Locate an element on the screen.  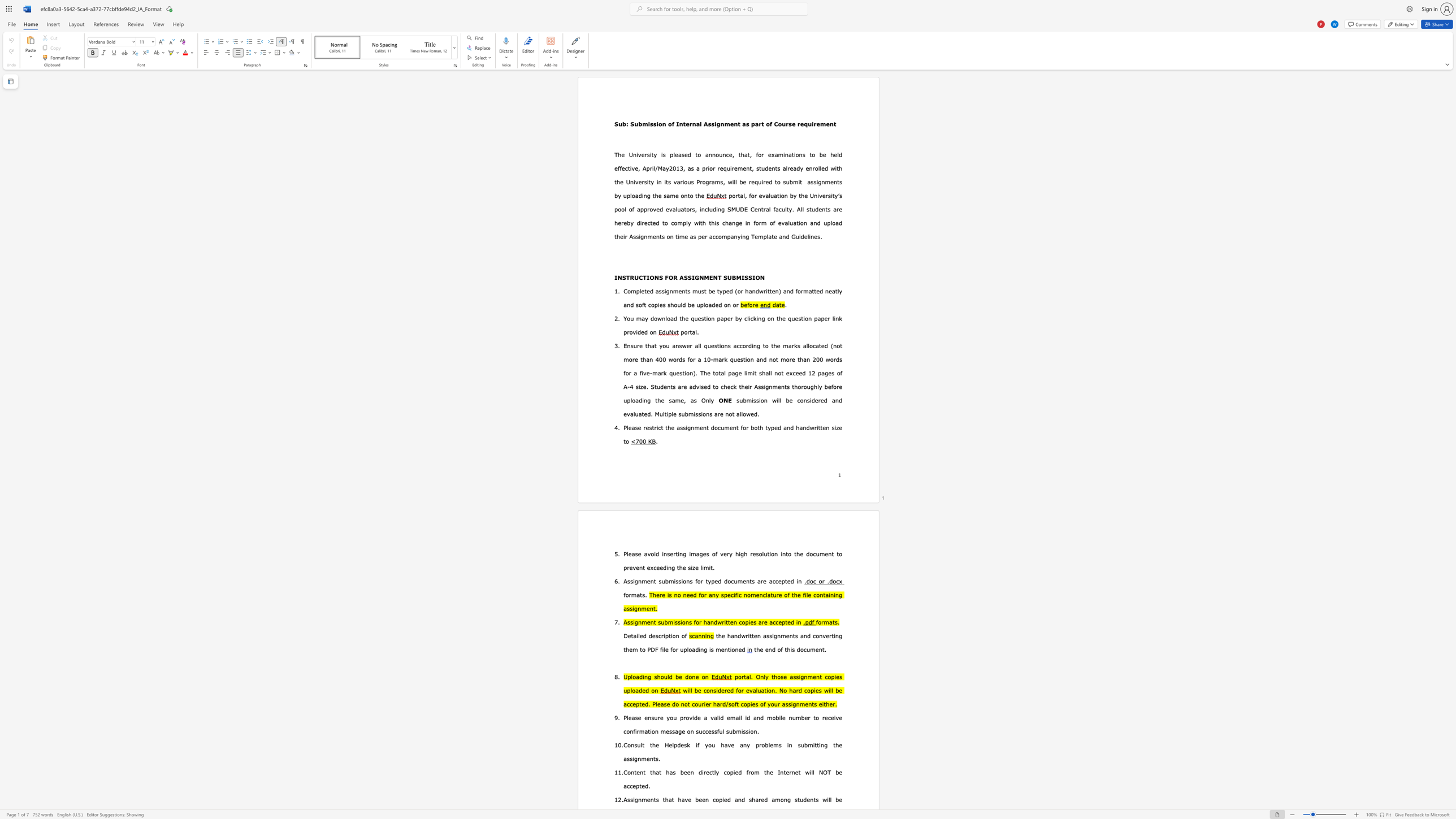
the subset text "ould be uploaded o" within the text "and formatted neatly and soft copies should be uploaded on or" is located at coordinates (674, 304).